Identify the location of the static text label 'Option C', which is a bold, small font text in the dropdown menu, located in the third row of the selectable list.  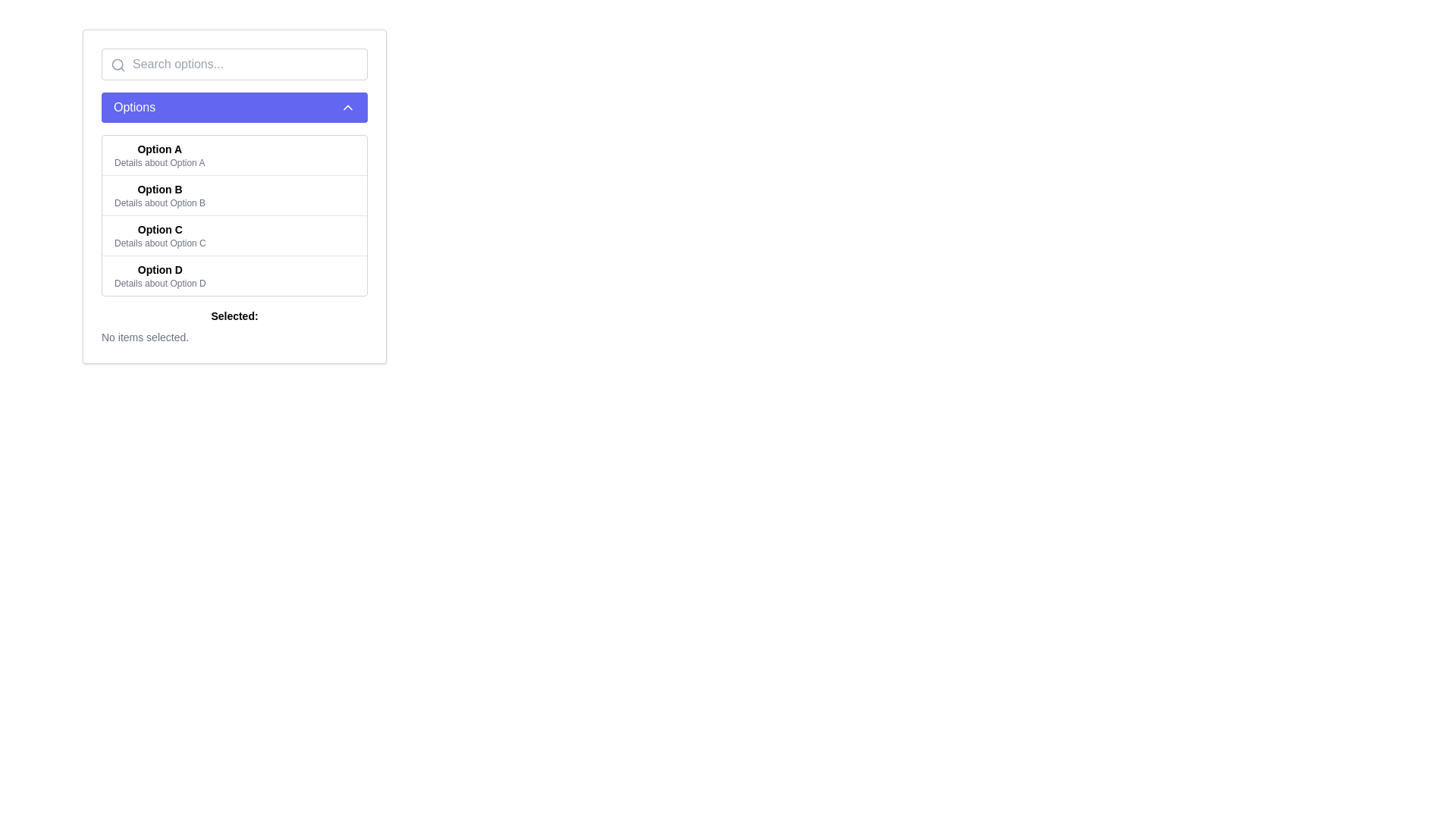
(160, 230).